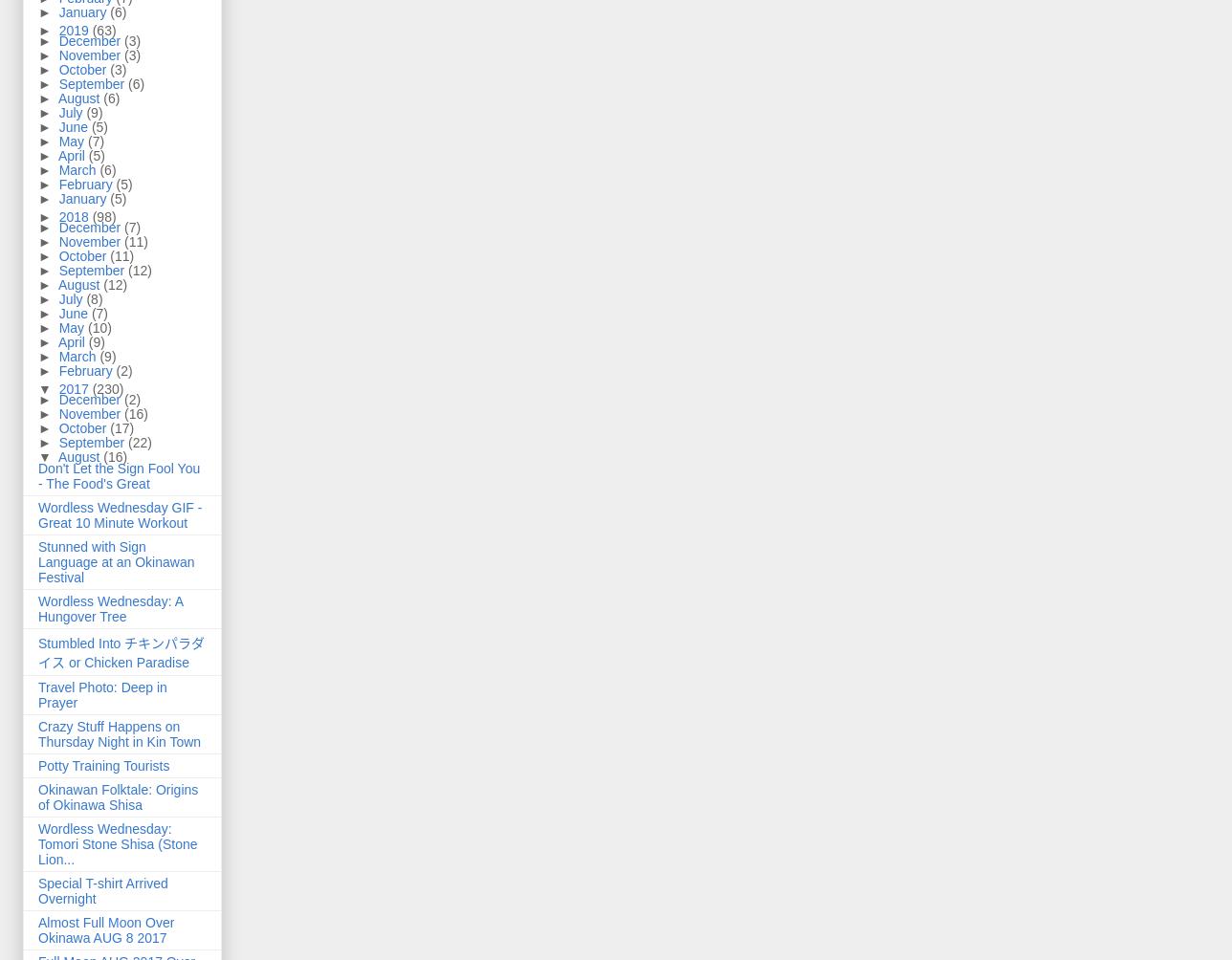 This screenshot has height=960, width=1232. What do you see at coordinates (121, 651) in the screenshot?
I see `'Stumbled Into チキンパラダイス or Chicken Paradise'` at bounding box center [121, 651].